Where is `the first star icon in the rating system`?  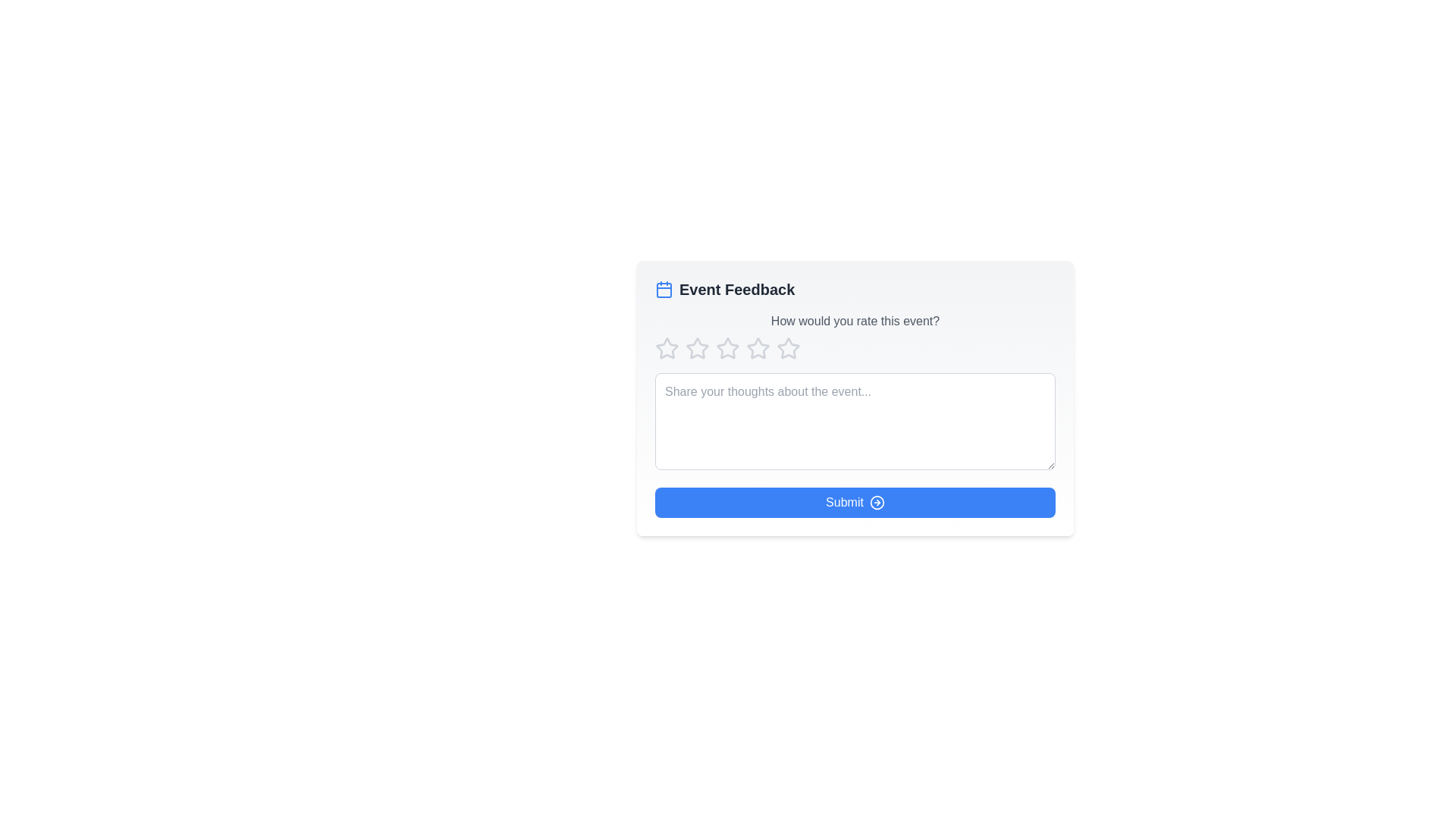 the first star icon in the rating system is located at coordinates (667, 348).